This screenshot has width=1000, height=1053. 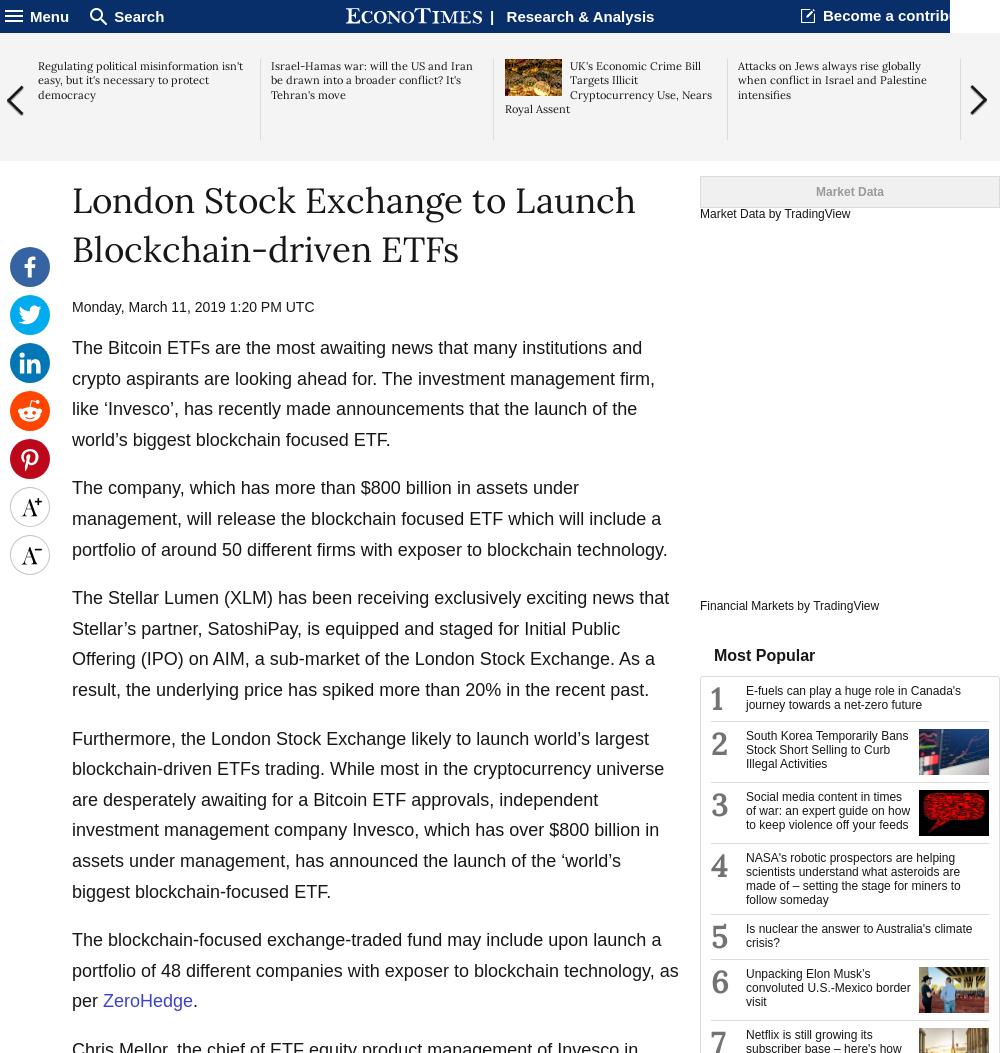 I want to click on 'Social media content in times of war: an expert guide on how to keep violence off your feeds', so click(x=827, y=811).